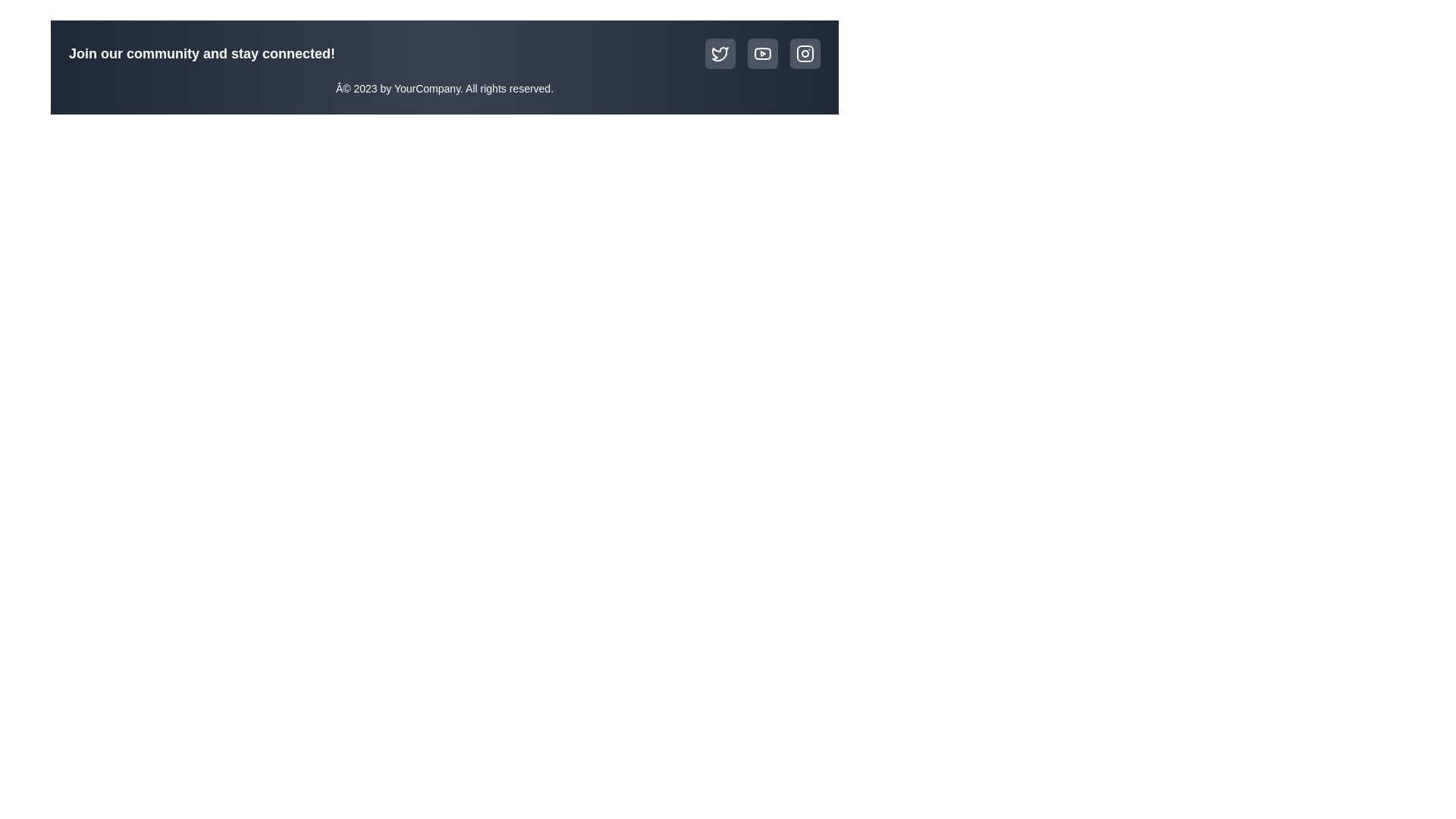  What do you see at coordinates (763, 52) in the screenshot?
I see `the Hyperlink button for YouTube` at bounding box center [763, 52].